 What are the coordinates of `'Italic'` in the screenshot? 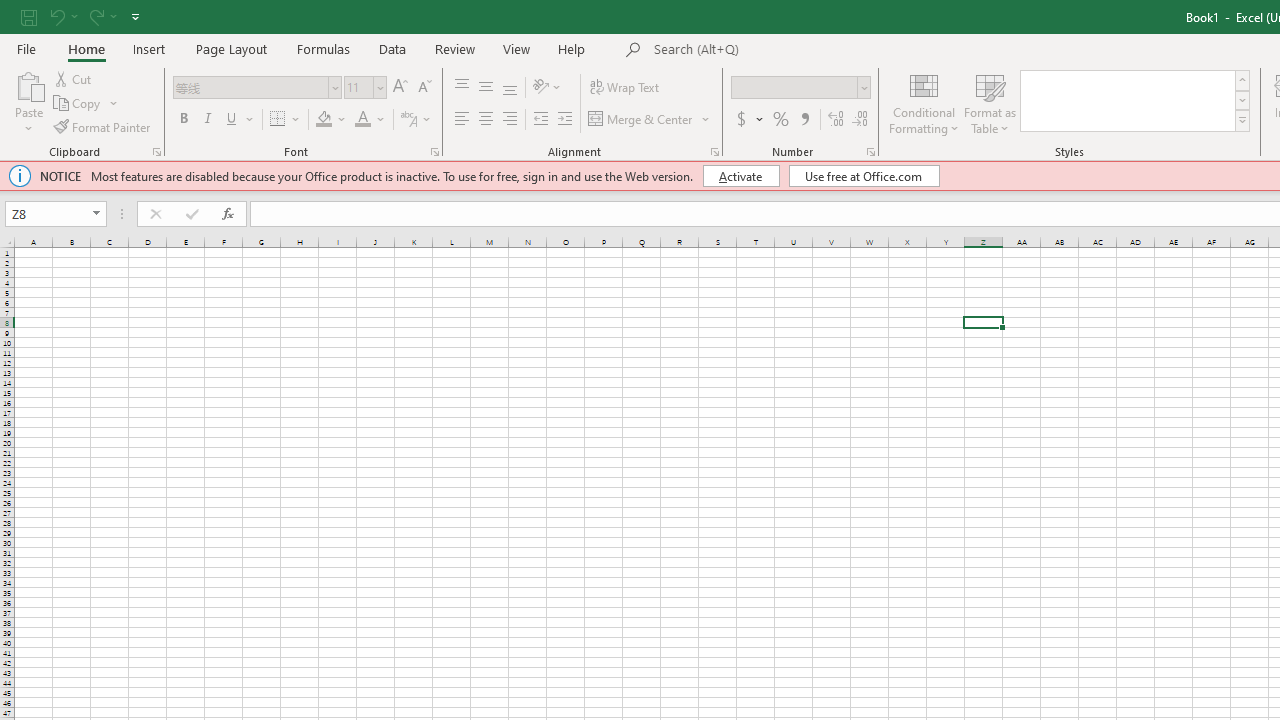 It's located at (208, 119).